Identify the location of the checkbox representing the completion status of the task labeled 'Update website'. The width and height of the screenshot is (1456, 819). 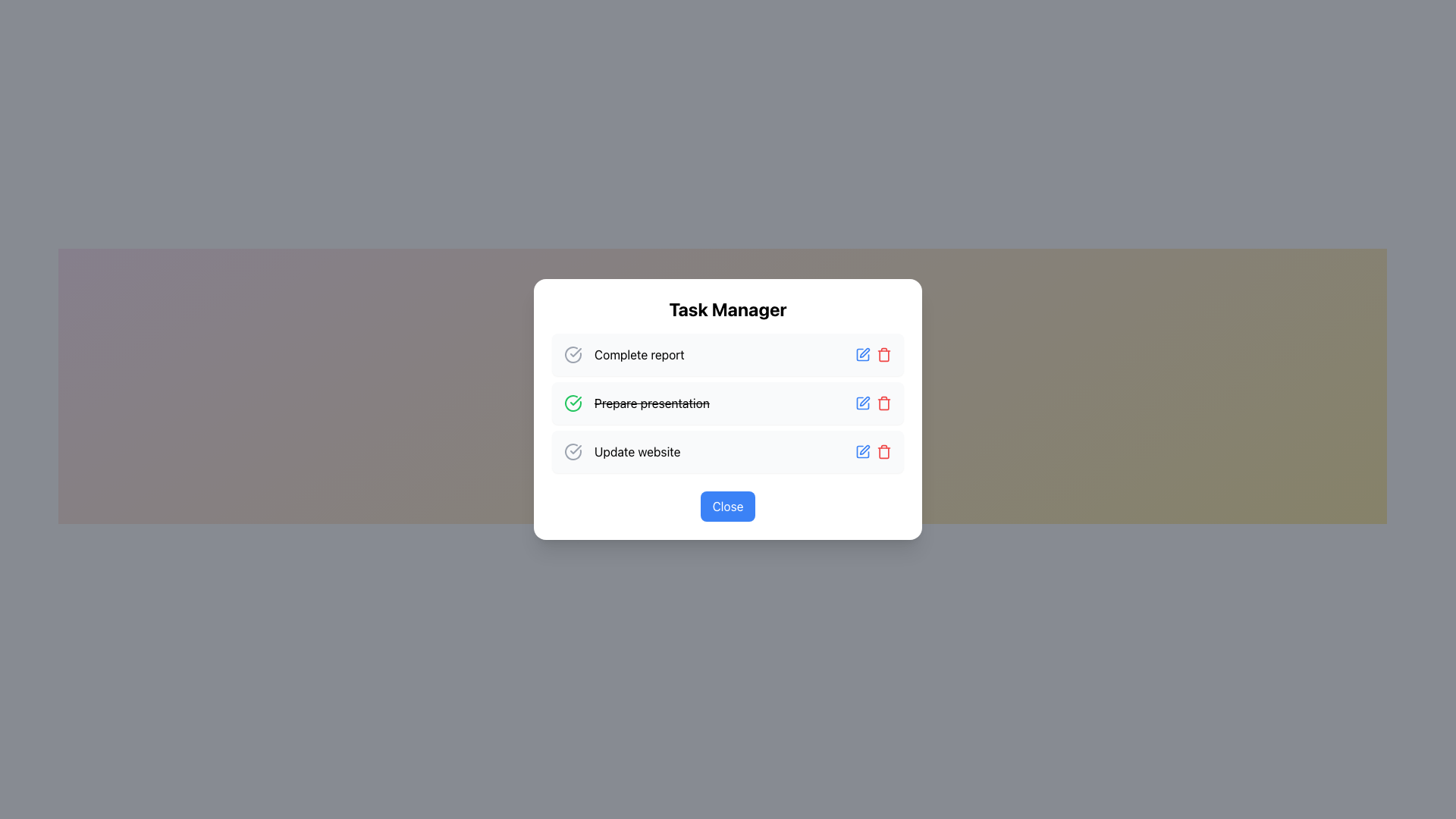
(572, 451).